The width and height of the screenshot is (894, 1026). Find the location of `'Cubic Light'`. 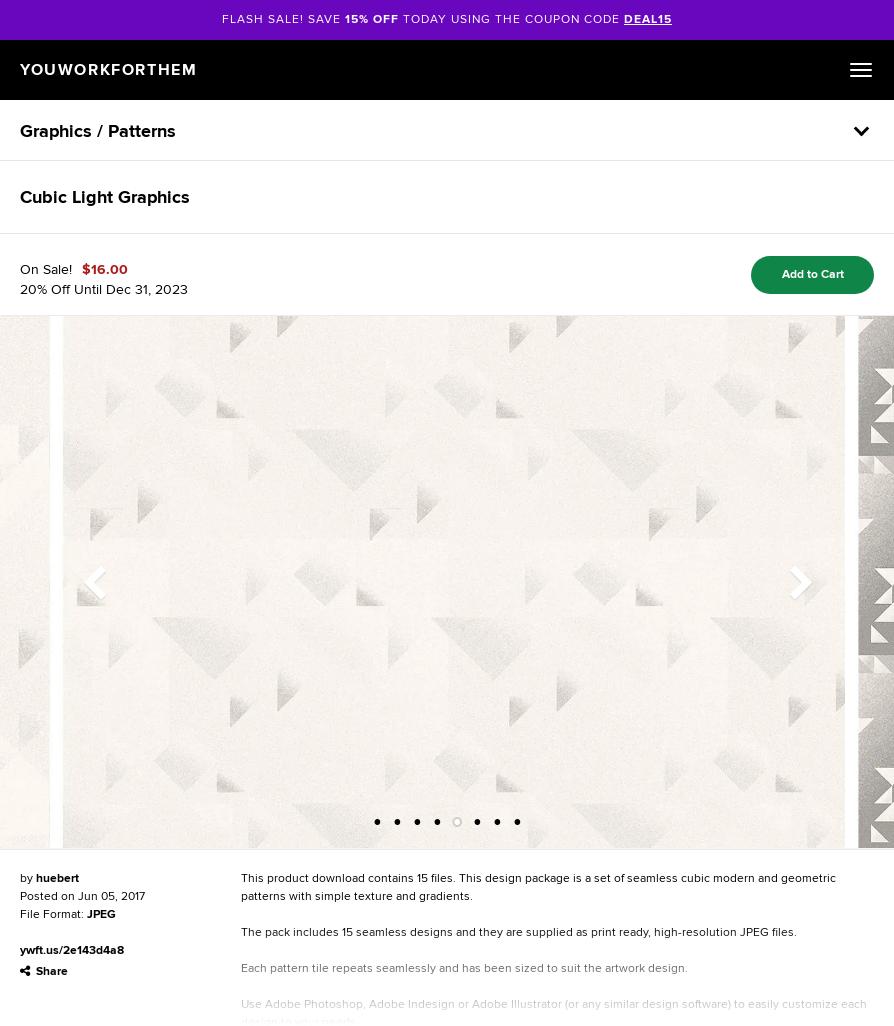

'Cubic Light' is located at coordinates (69, 195).